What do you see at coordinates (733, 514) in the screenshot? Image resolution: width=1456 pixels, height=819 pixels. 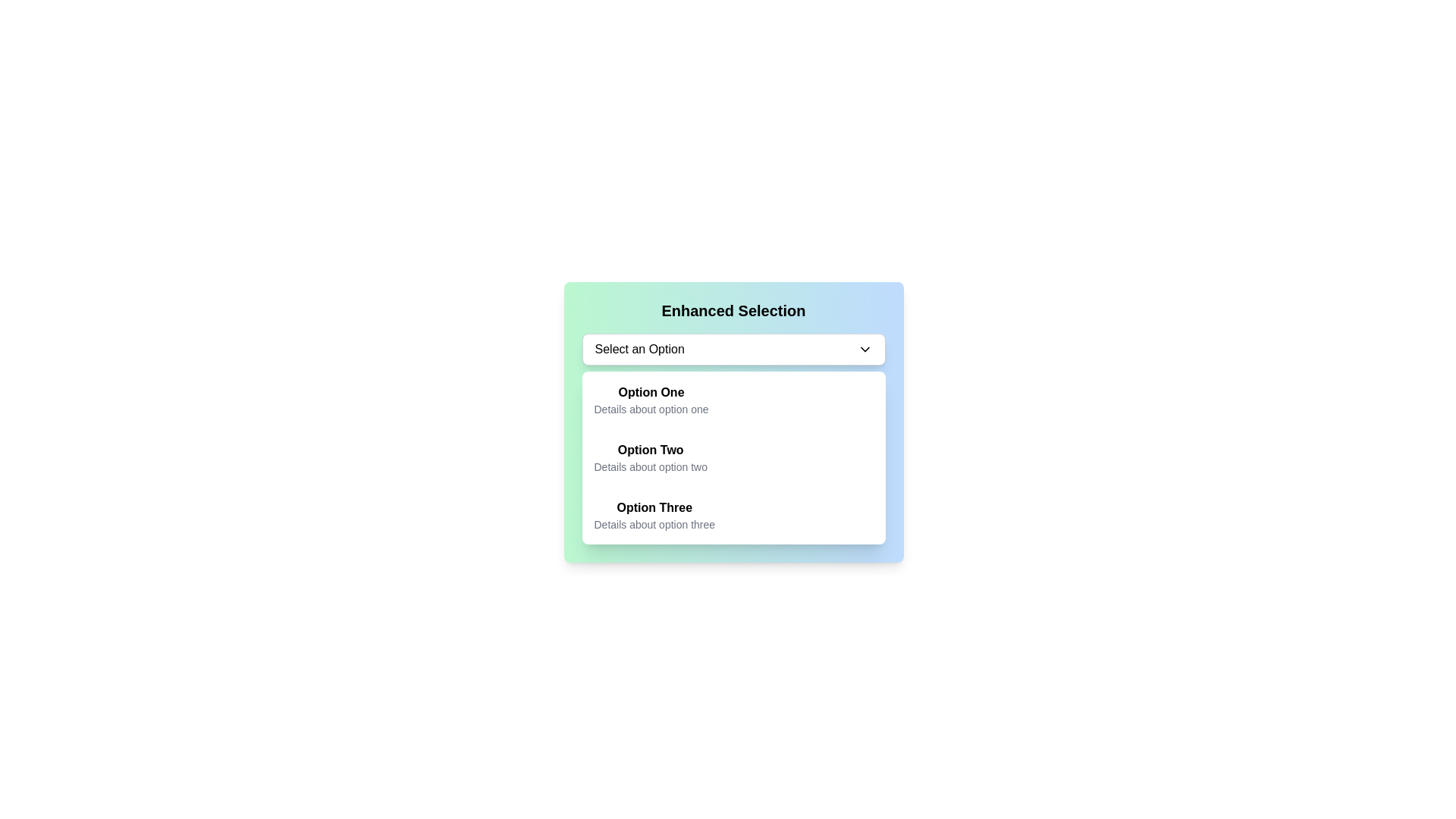 I see `the third selectable list item titled 'Option Three' under 'Enhanced Selection'` at bounding box center [733, 514].